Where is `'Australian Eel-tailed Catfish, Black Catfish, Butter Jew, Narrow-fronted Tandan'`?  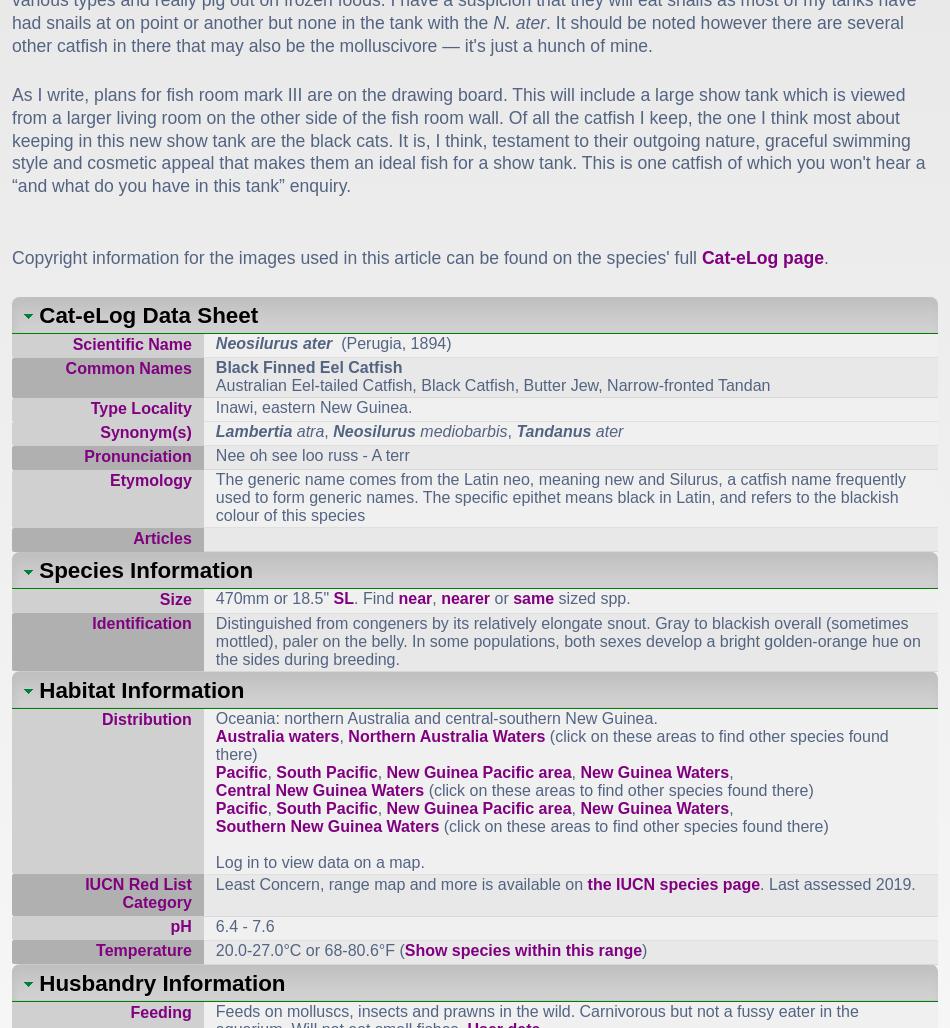 'Australian Eel-tailed Catfish, Black Catfish, Butter Jew, Narrow-fronted Tandan' is located at coordinates (492, 384).